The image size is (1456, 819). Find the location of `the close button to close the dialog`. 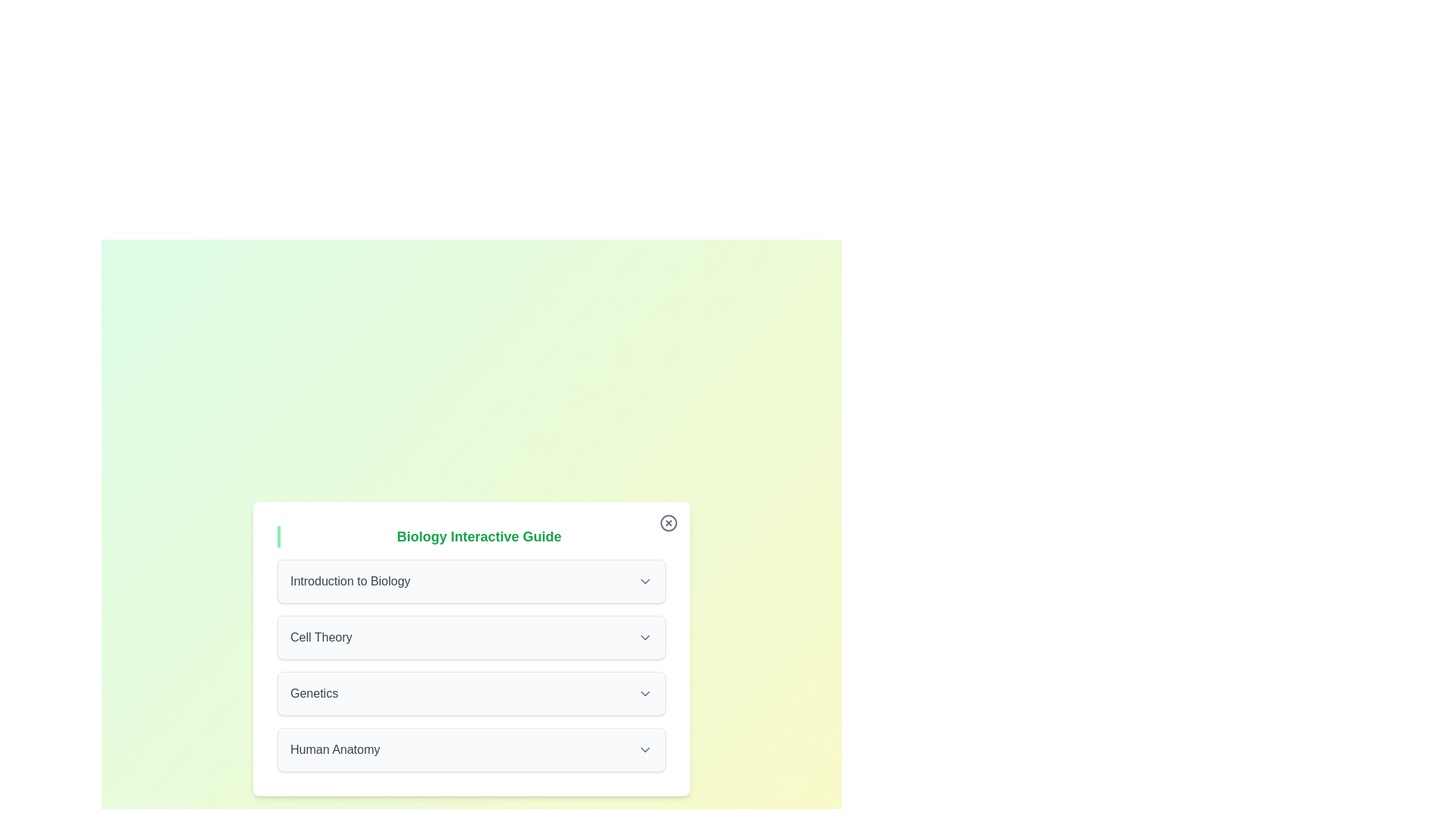

the close button to close the dialog is located at coordinates (668, 522).